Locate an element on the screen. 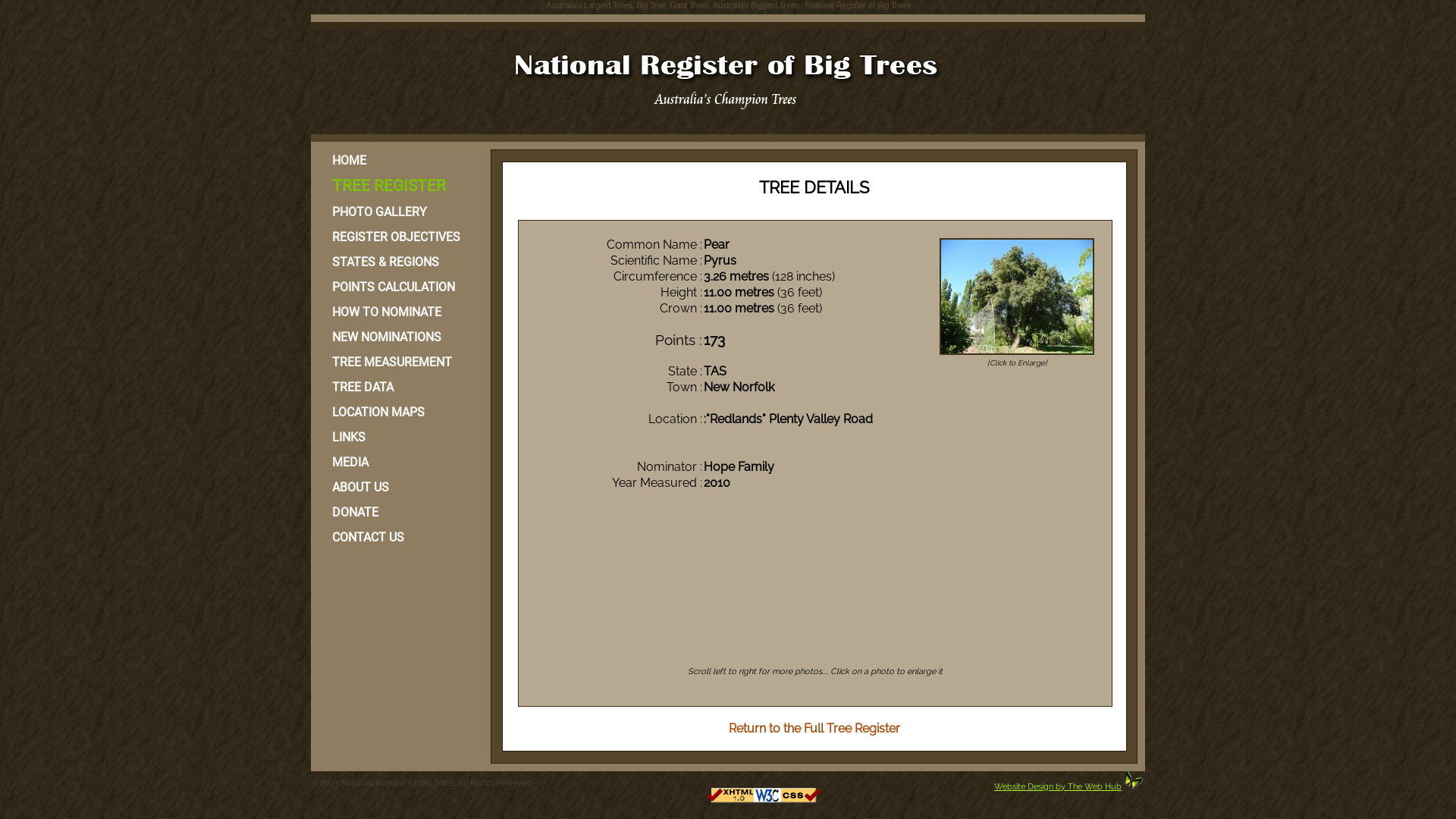 The image size is (1456, 819). 'Website Design by The Web Hub' is located at coordinates (1057, 786).